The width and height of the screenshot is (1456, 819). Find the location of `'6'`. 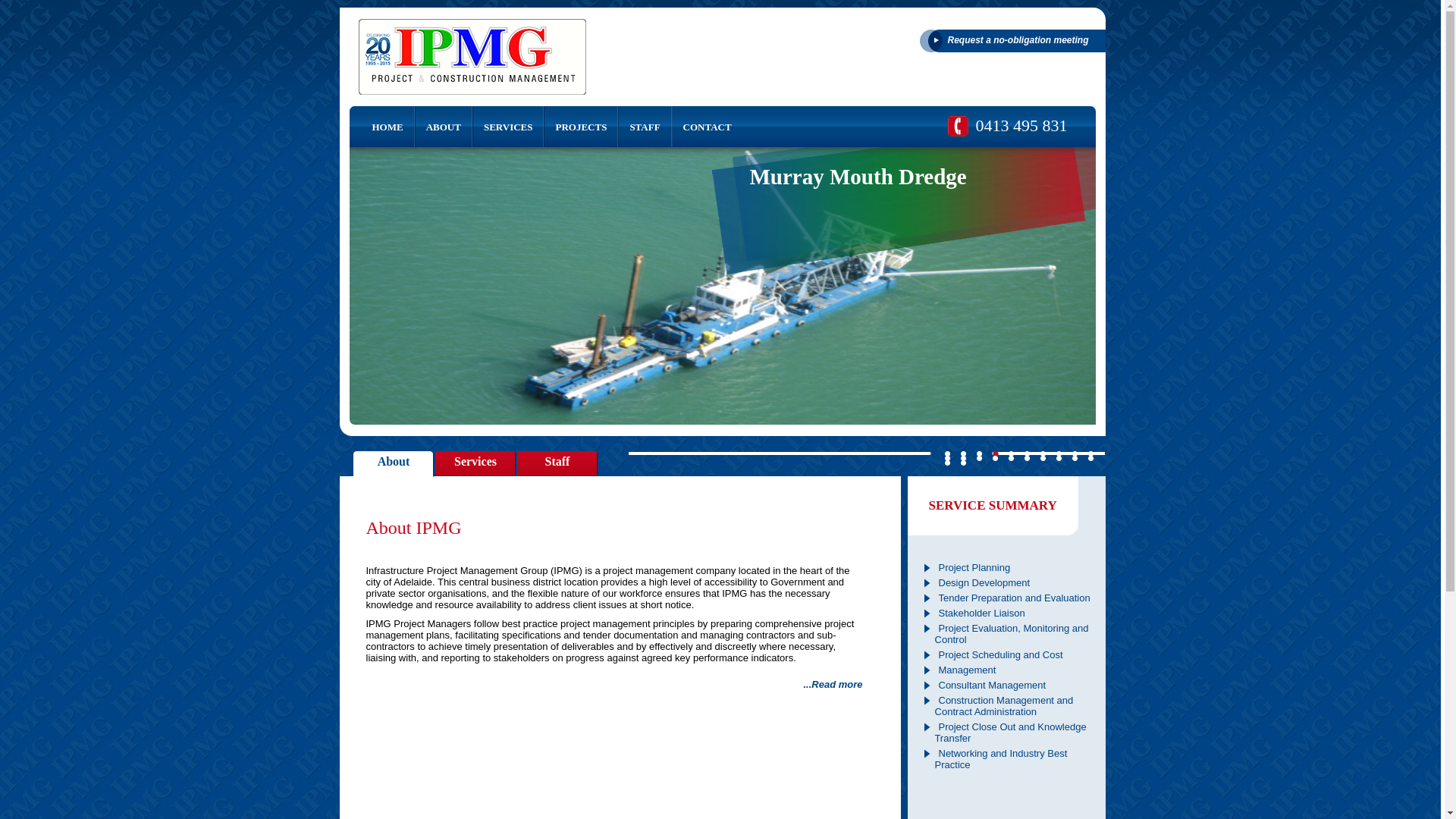

'6' is located at coordinates (1023, 452).